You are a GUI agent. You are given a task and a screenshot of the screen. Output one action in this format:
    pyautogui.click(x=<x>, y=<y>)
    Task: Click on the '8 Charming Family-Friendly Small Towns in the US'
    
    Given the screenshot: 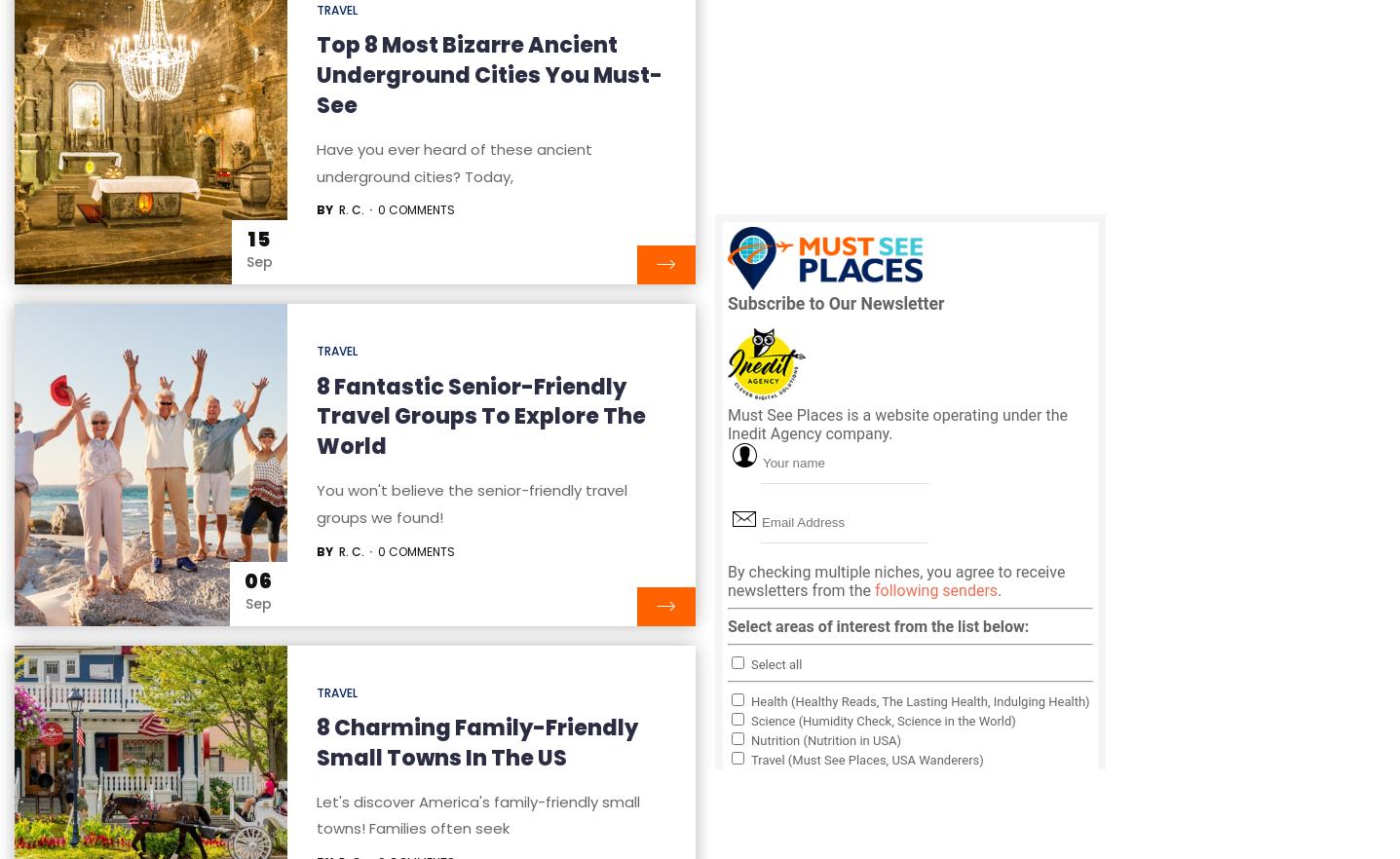 What is the action you would take?
    pyautogui.click(x=475, y=742)
    